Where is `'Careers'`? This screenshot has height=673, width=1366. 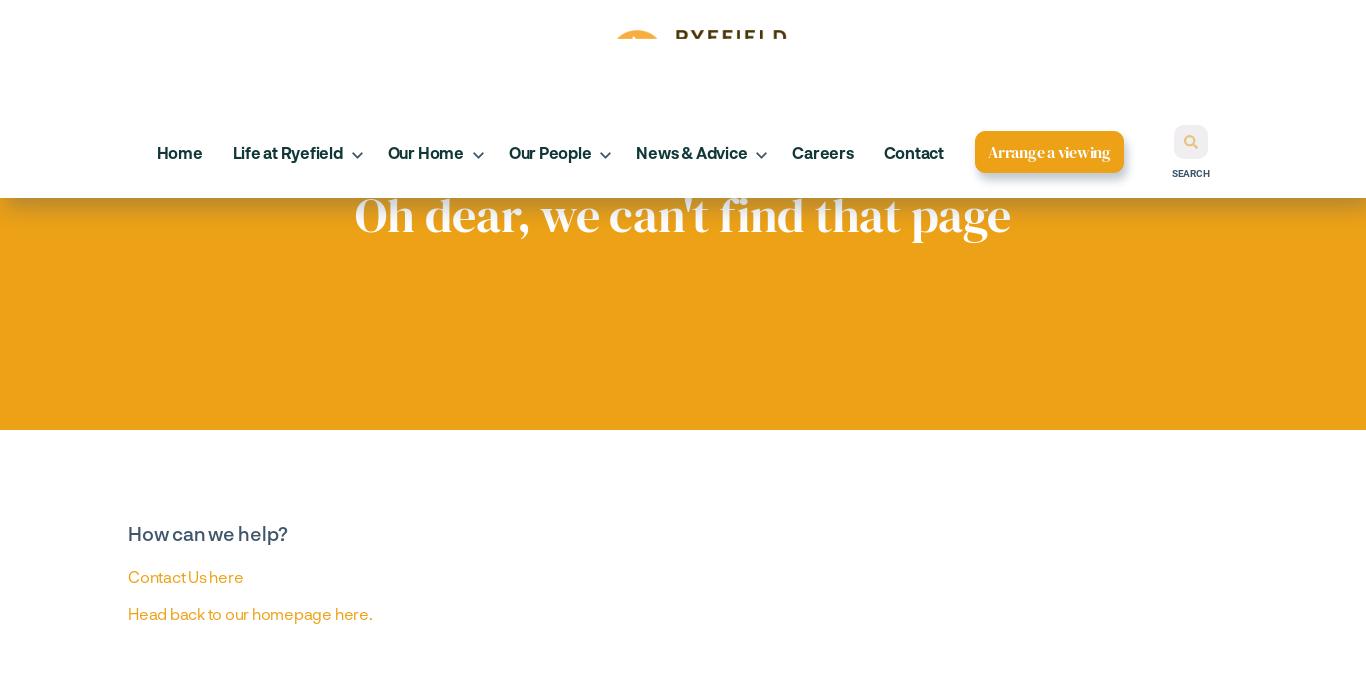
'Careers' is located at coordinates (821, 151).